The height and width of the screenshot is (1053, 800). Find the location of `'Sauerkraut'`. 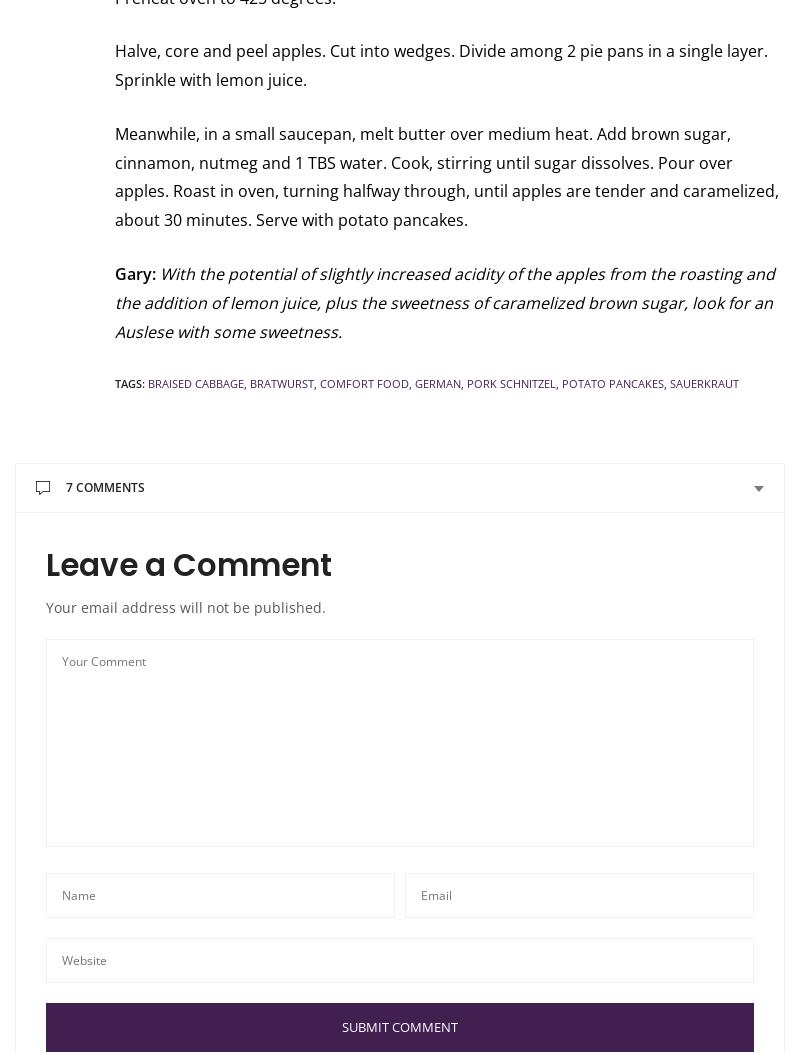

'Sauerkraut' is located at coordinates (670, 383).